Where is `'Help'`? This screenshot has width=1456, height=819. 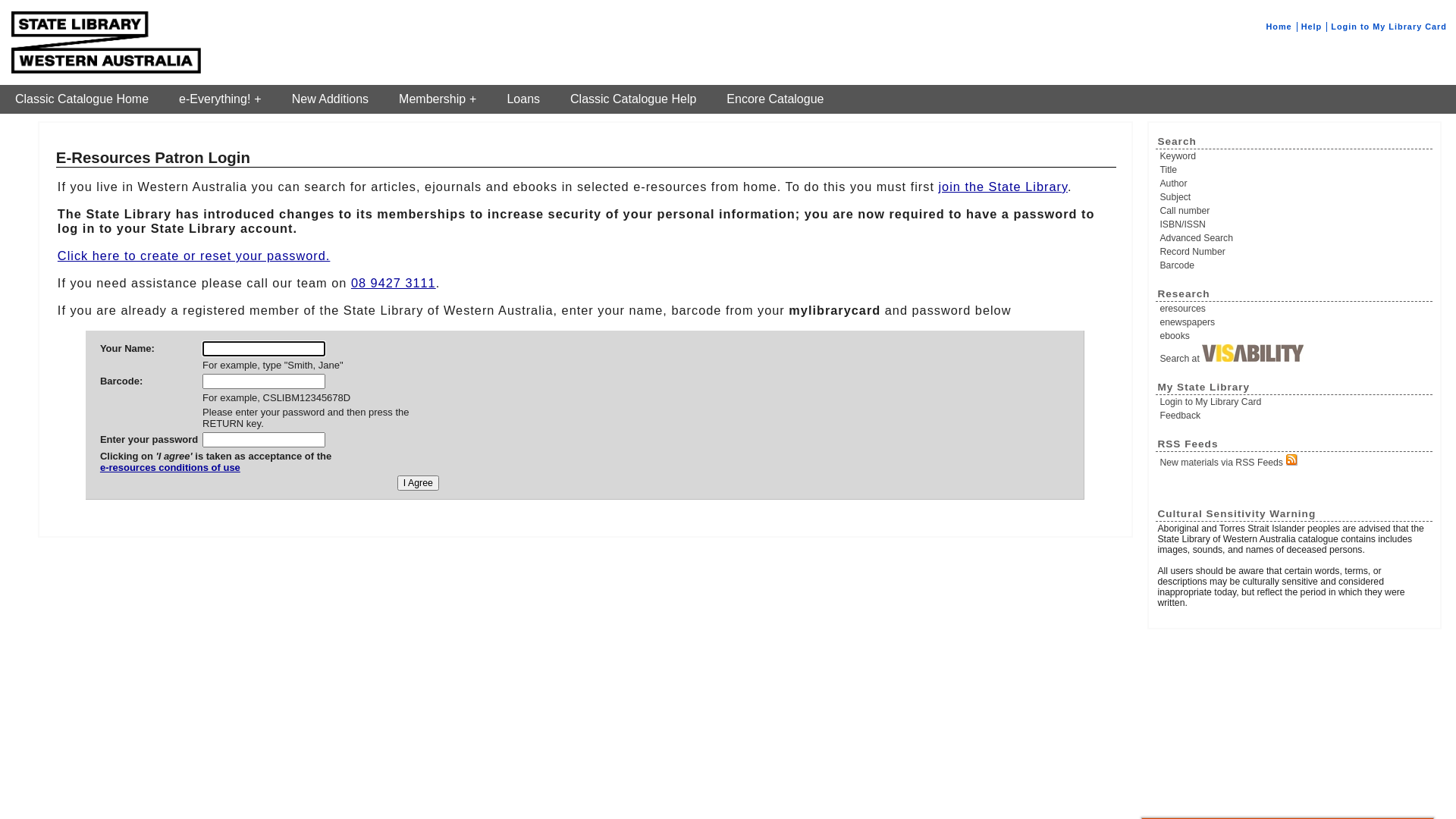 'Help' is located at coordinates (1301, 26).